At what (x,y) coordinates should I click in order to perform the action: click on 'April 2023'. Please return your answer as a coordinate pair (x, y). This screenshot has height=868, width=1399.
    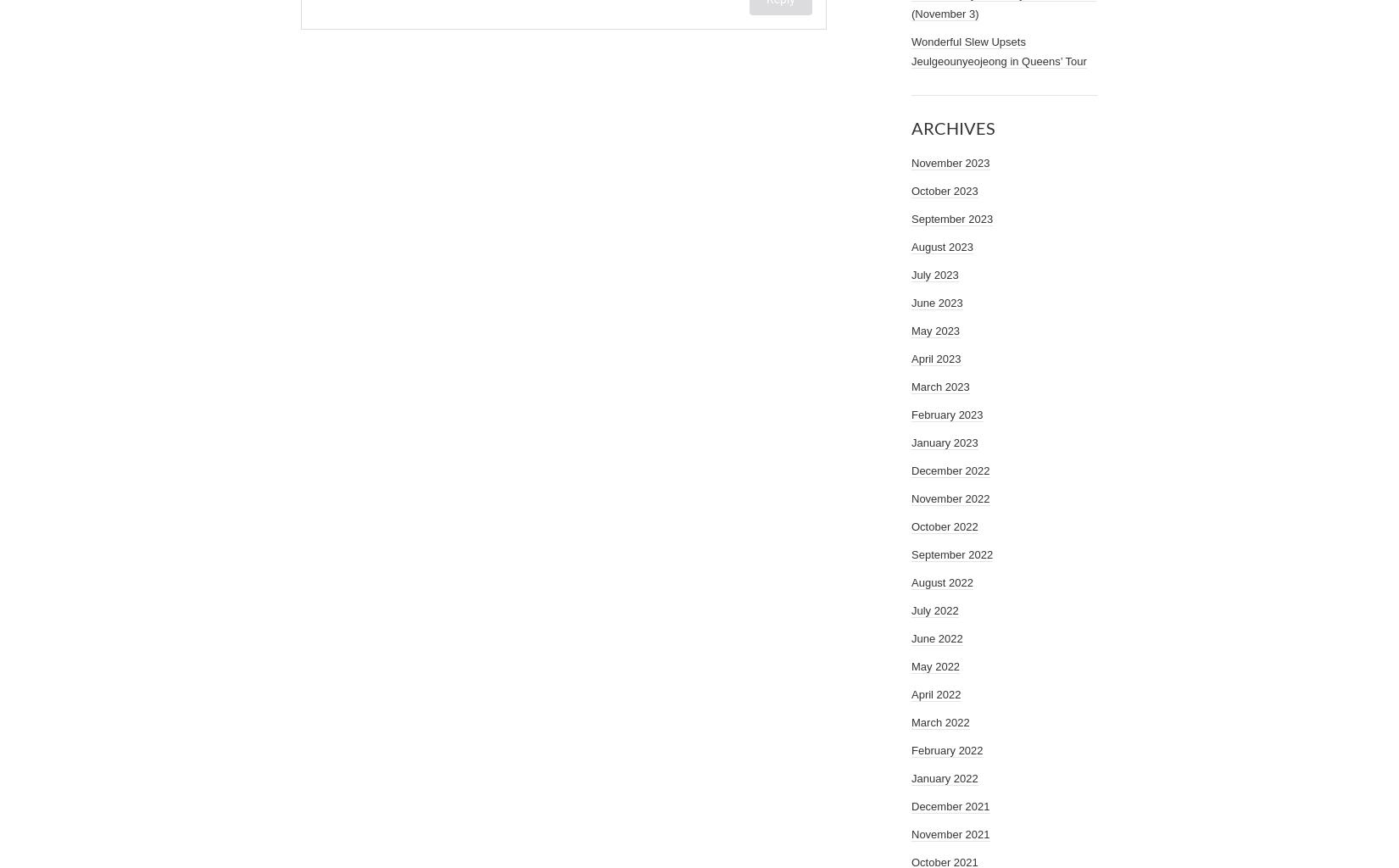
    Looking at the image, I should click on (911, 358).